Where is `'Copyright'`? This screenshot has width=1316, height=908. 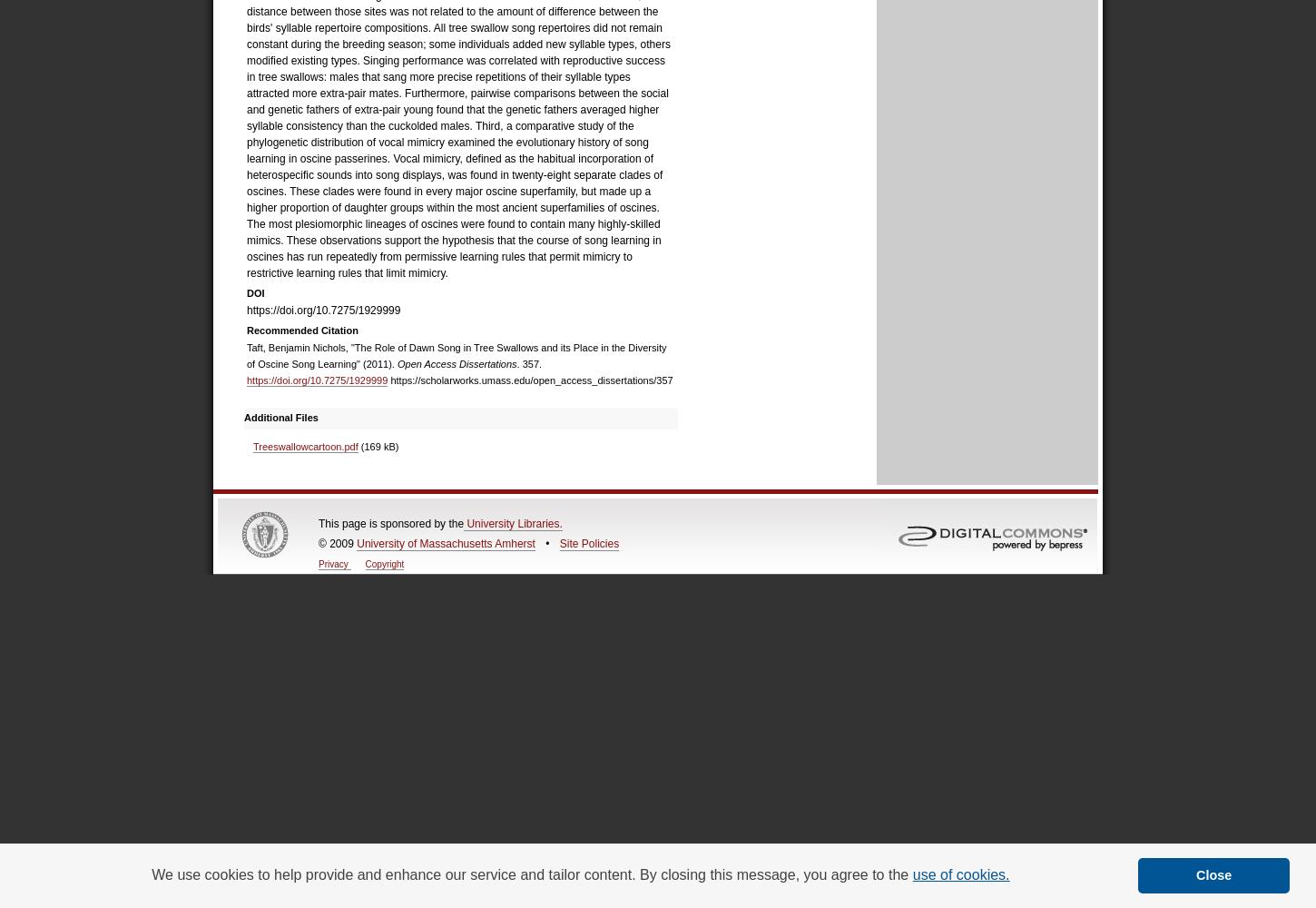 'Copyright' is located at coordinates (363, 562).